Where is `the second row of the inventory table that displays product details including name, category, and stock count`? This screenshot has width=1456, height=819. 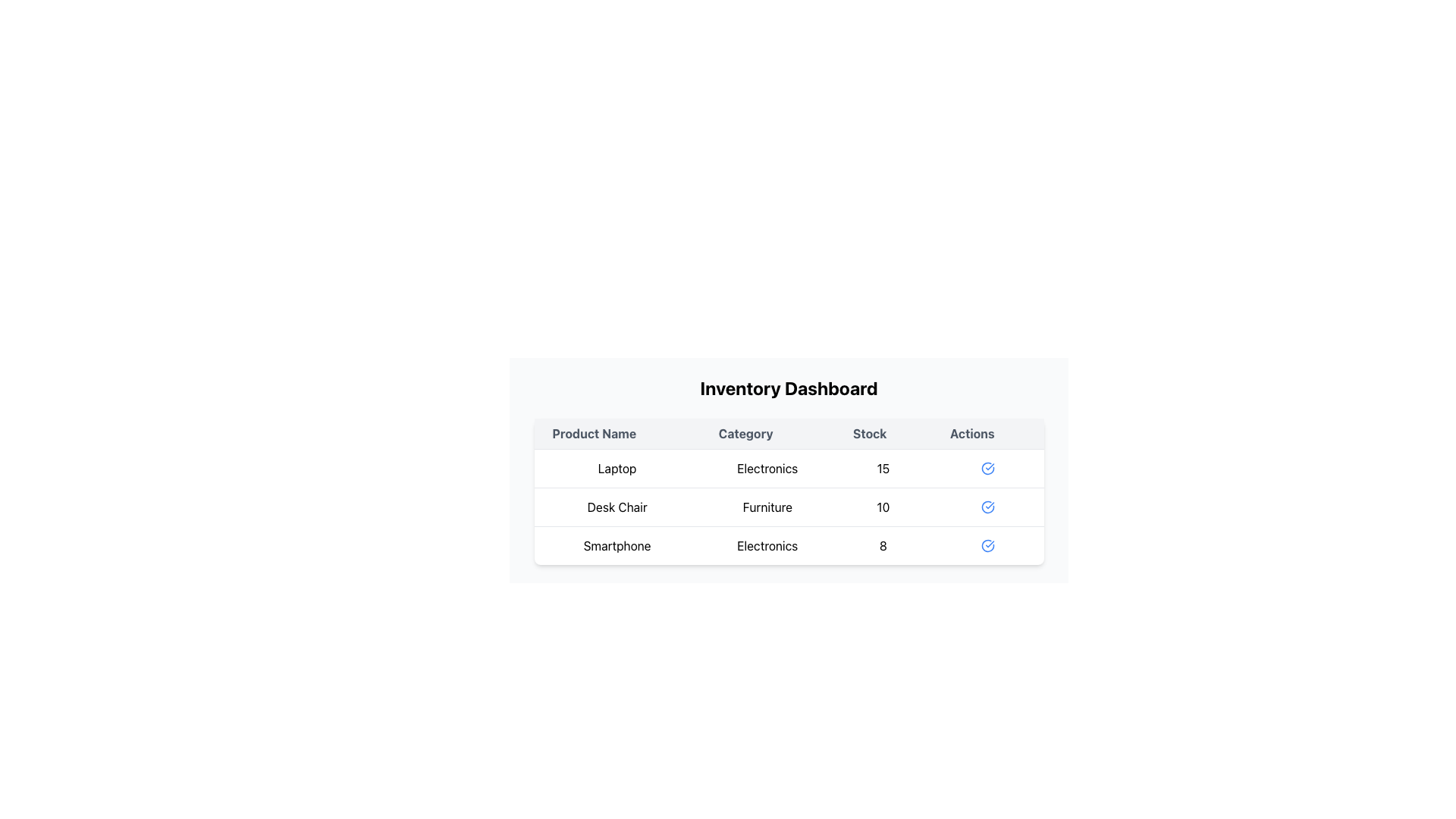 the second row of the inventory table that displays product details including name, category, and stock count is located at coordinates (789, 507).